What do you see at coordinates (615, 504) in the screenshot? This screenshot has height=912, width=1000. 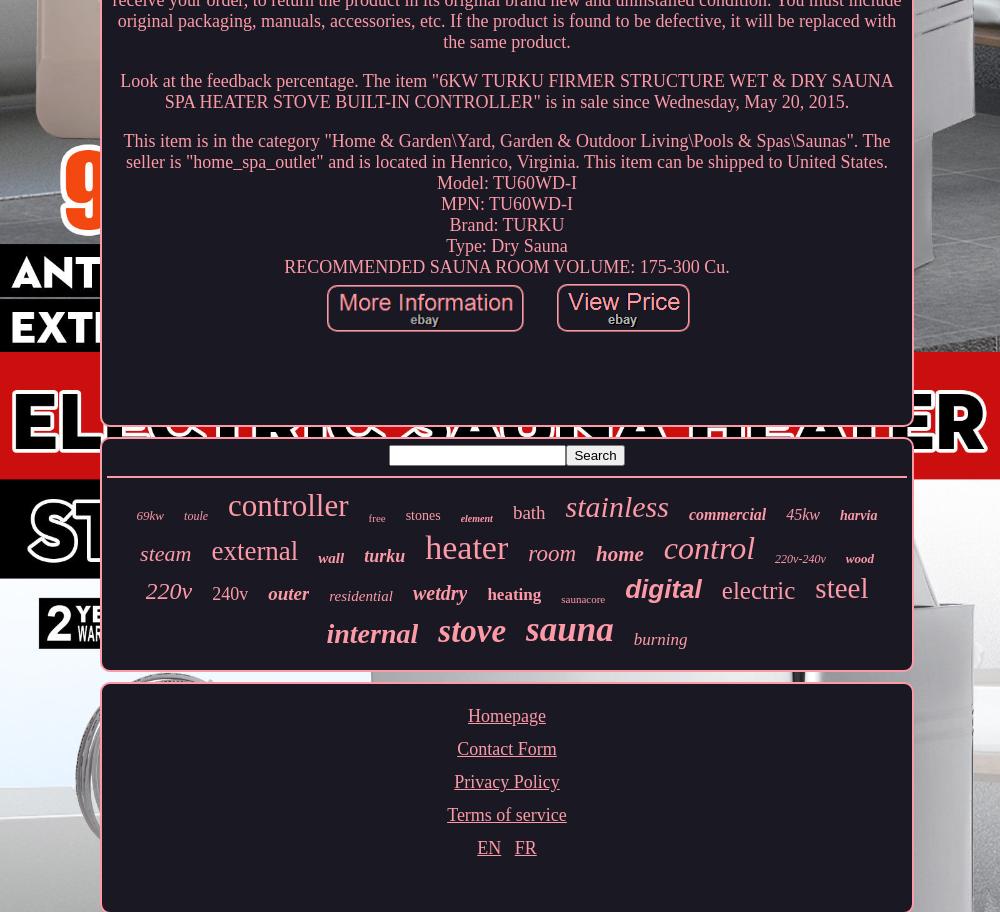 I see `'stainless'` at bounding box center [615, 504].